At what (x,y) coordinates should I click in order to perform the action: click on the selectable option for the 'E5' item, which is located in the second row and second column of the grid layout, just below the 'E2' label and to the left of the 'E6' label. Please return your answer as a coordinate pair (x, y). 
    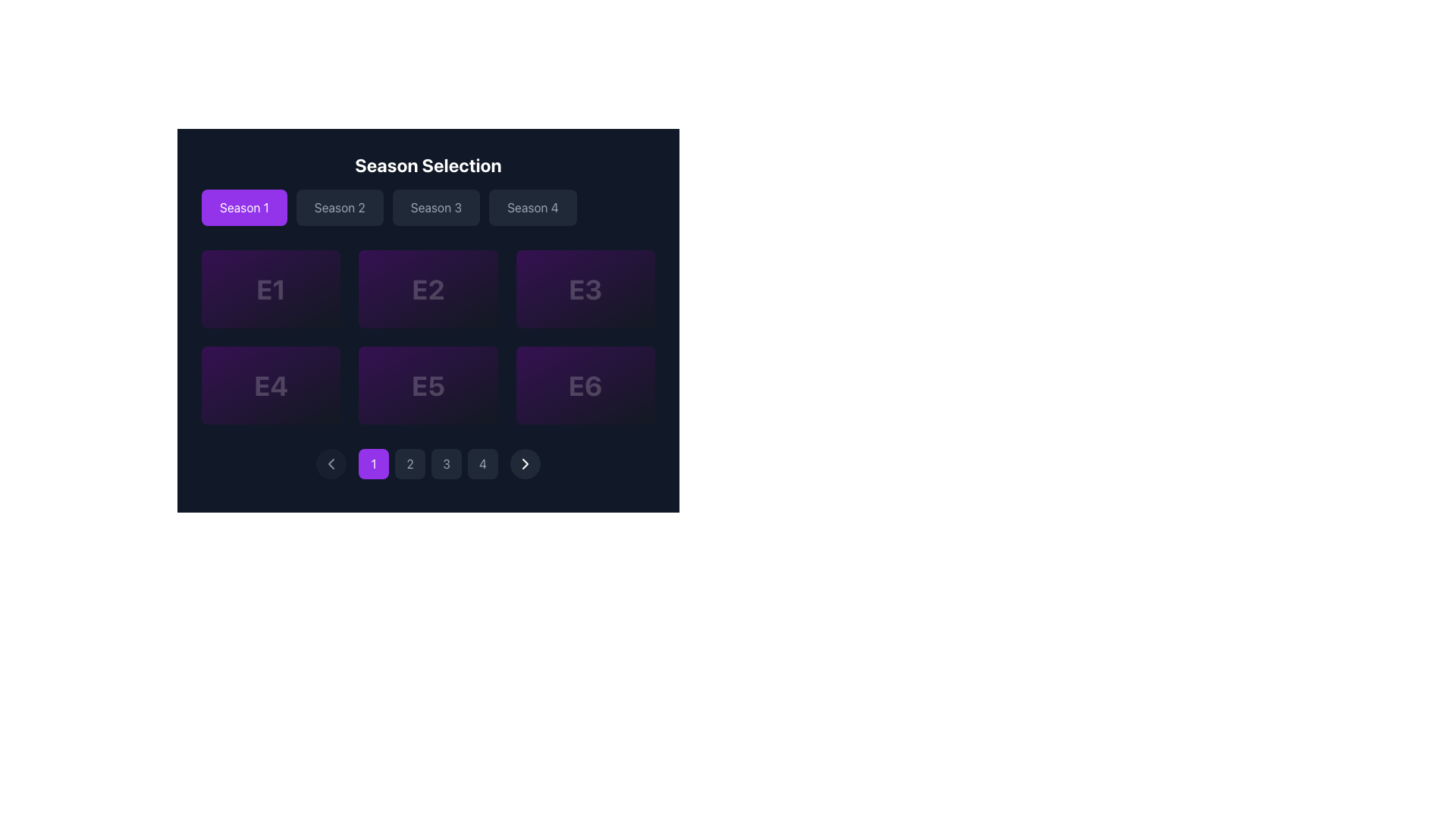
    Looking at the image, I should click on (428, 384).